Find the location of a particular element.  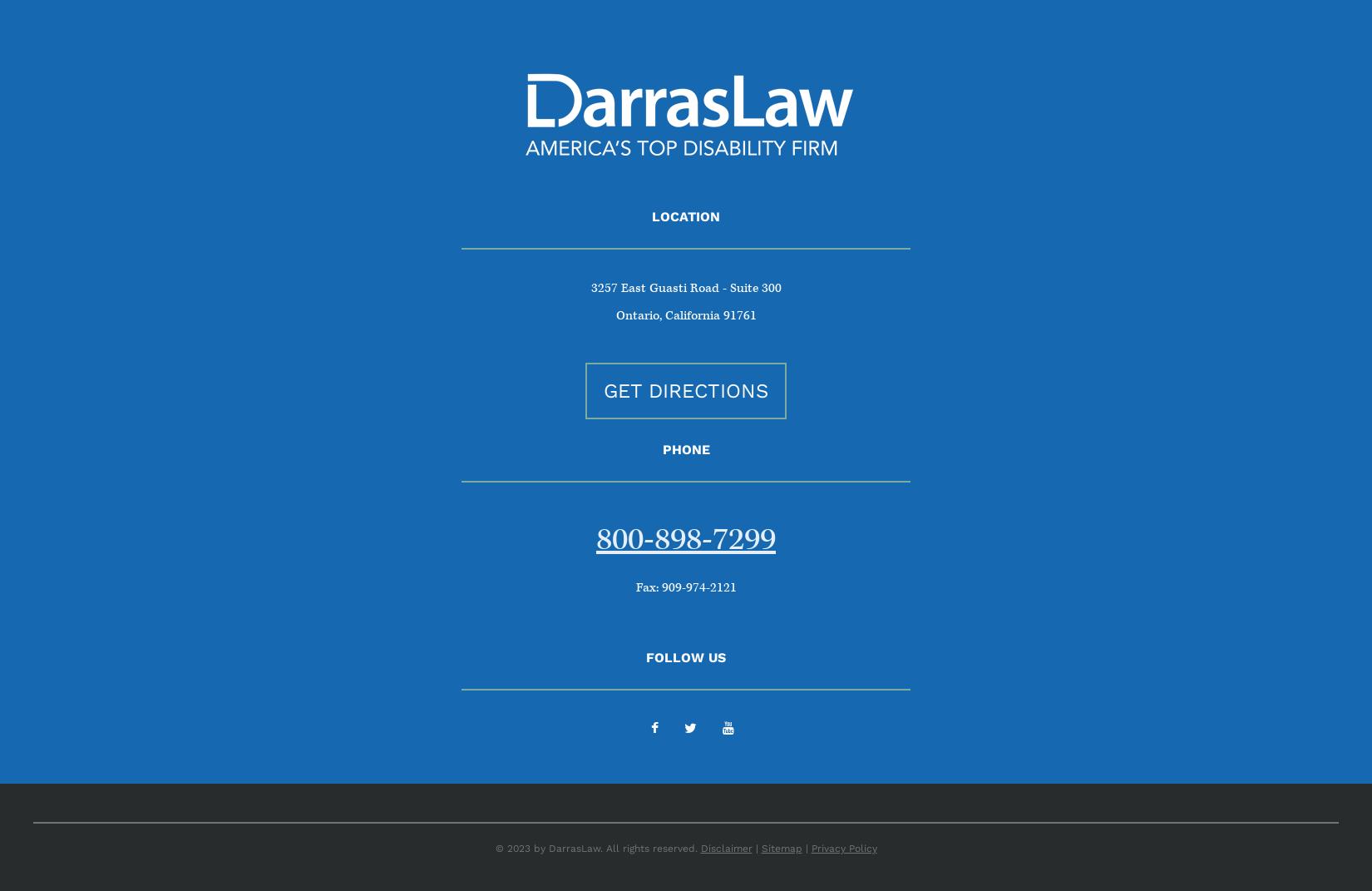

'Disclaimer' is located at coordinates (699, 847).